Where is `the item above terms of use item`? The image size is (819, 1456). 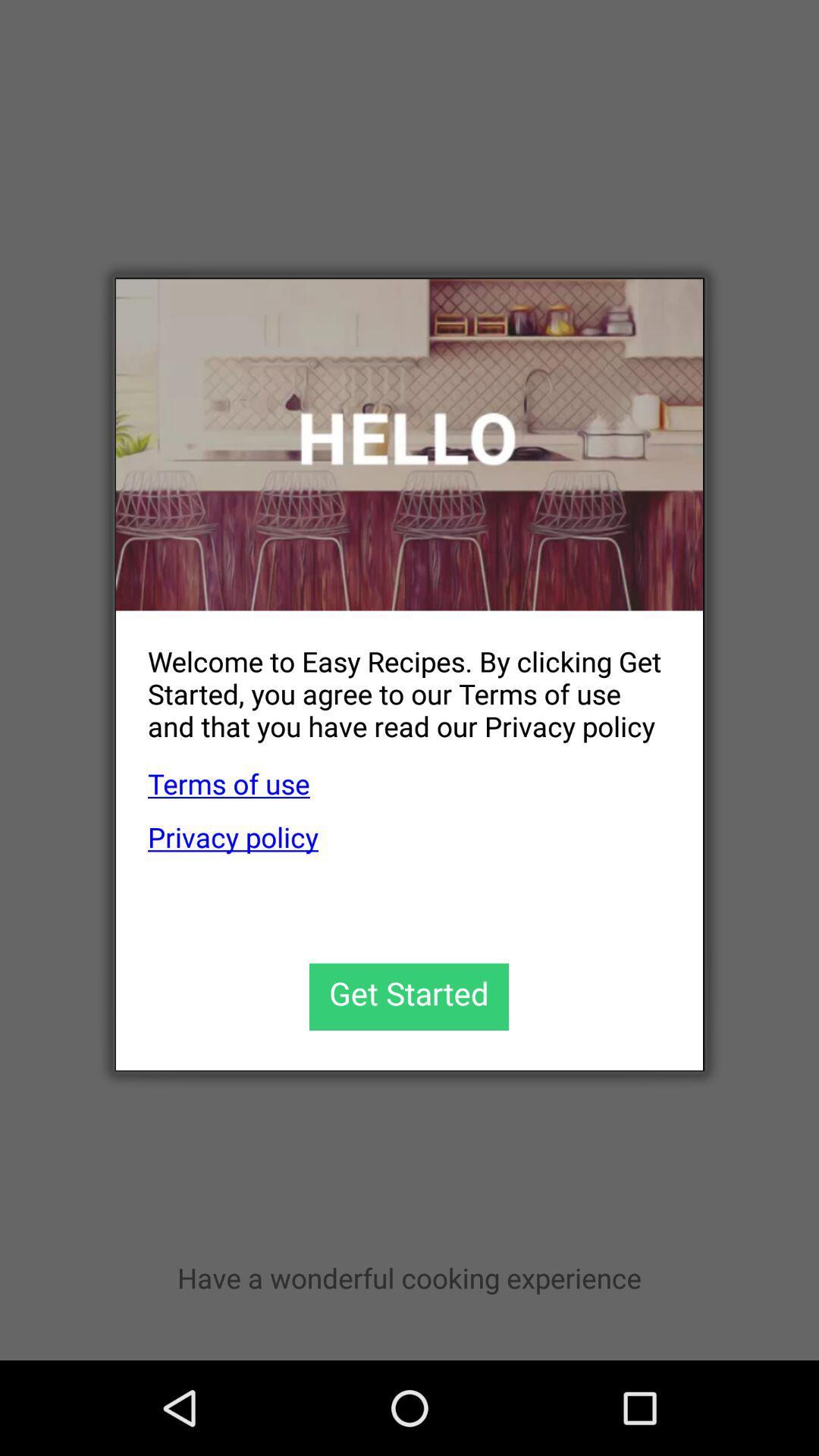
the item above terms of use item is located at coordinates (393, 681).